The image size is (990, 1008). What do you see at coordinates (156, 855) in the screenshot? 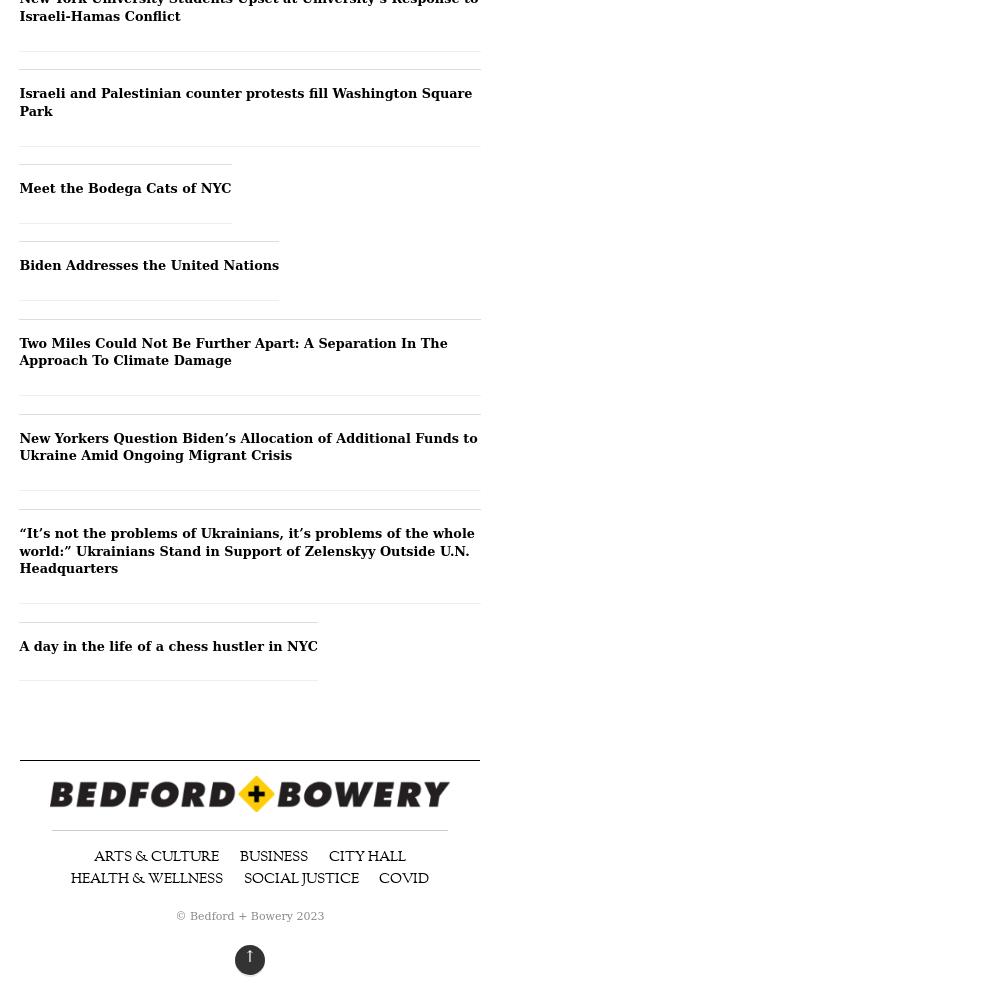
I see `'Arts & Culture'` at bounding box center [156, 855].